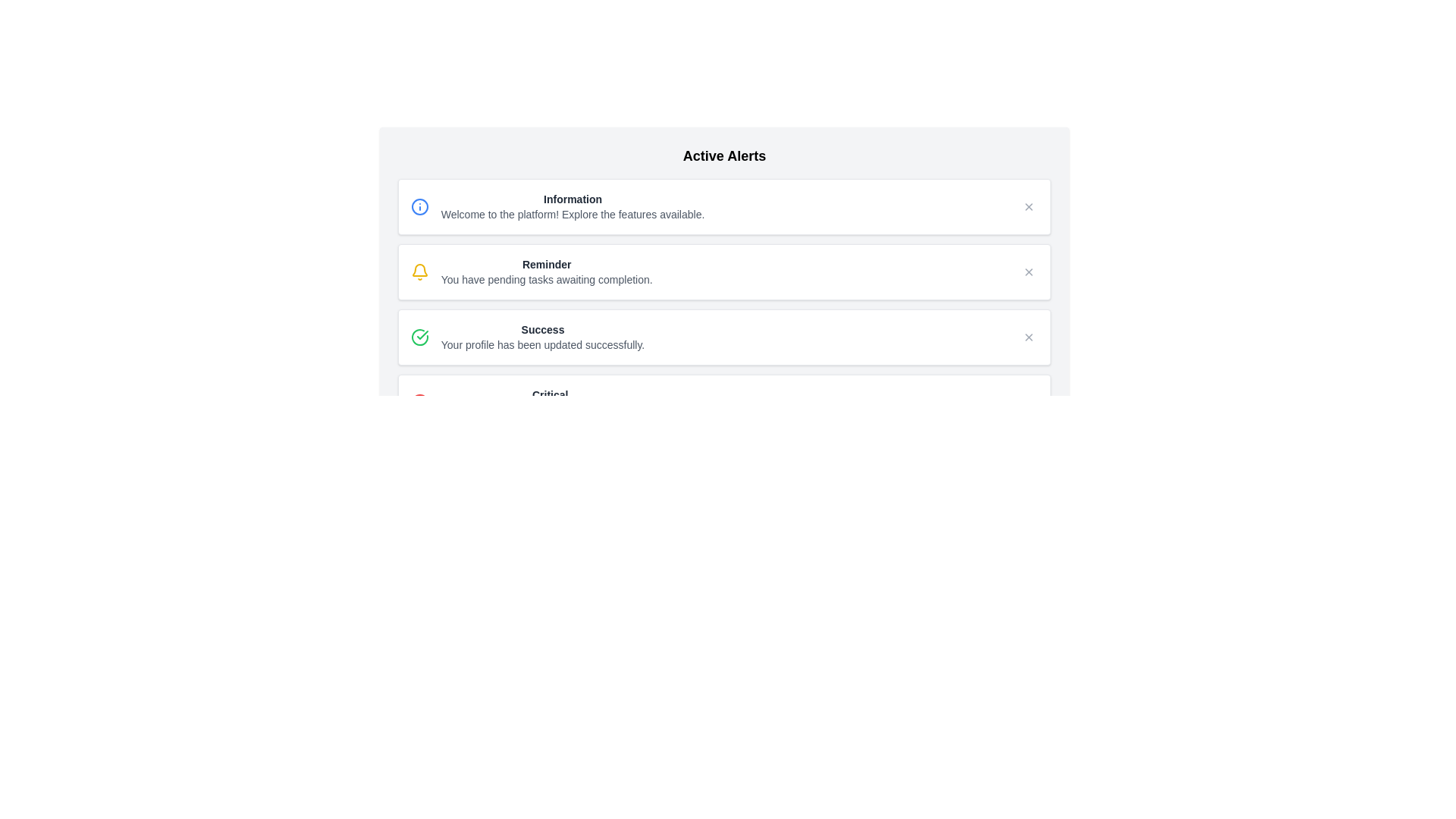 The image size is (1456, 819). I want to click on the text label displaying 'Success' in the 'Active Alerts' section, located in the third card from the top, so click(542, 329).